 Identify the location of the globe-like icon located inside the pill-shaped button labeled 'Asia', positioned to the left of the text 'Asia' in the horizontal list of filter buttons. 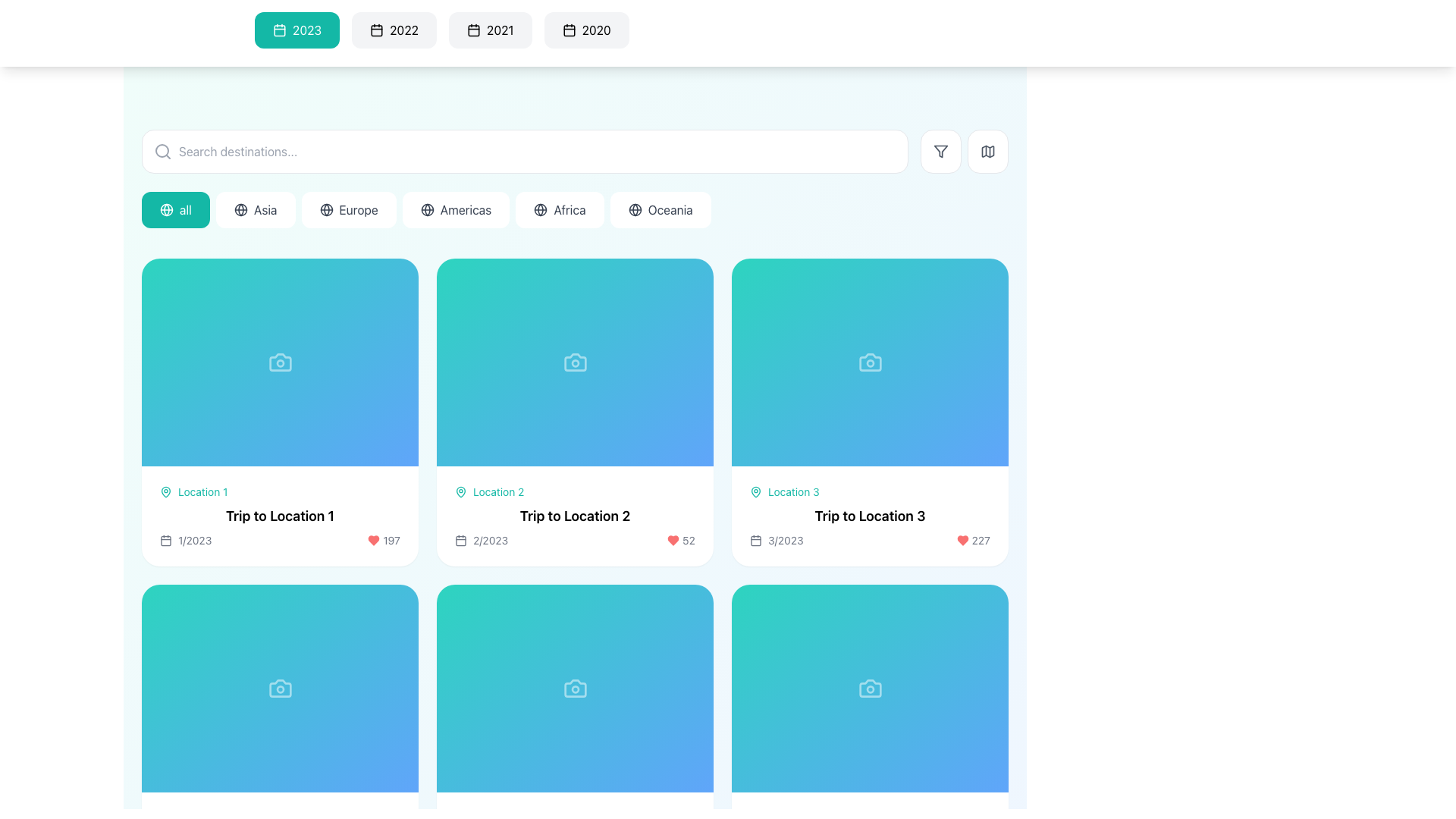
(240, 210).